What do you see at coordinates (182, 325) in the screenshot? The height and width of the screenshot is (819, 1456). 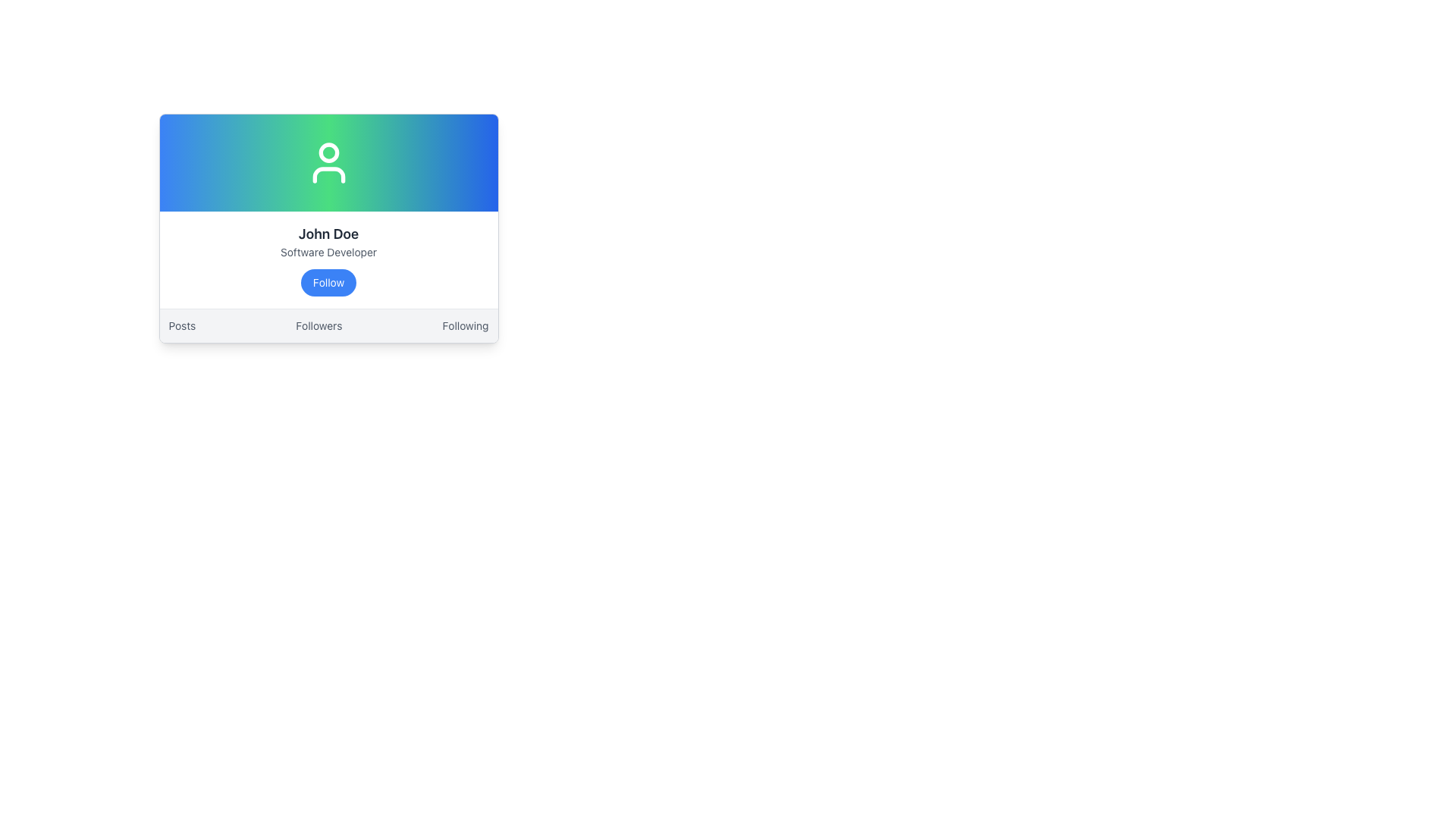 I see `the interactive text link reading 'Posts'` at bounding box center [182, 325].